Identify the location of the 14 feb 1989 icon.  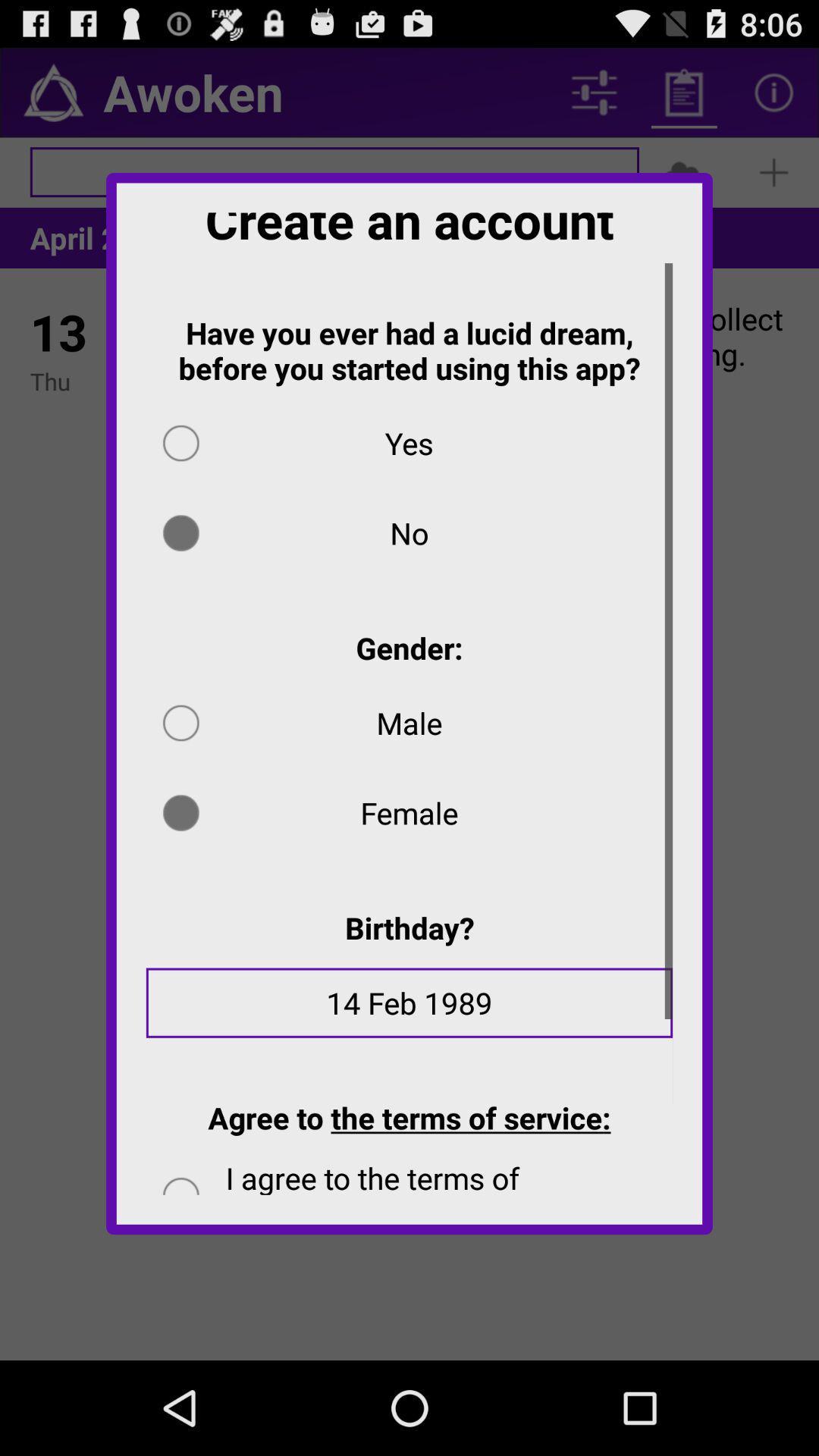
(409, 1013).